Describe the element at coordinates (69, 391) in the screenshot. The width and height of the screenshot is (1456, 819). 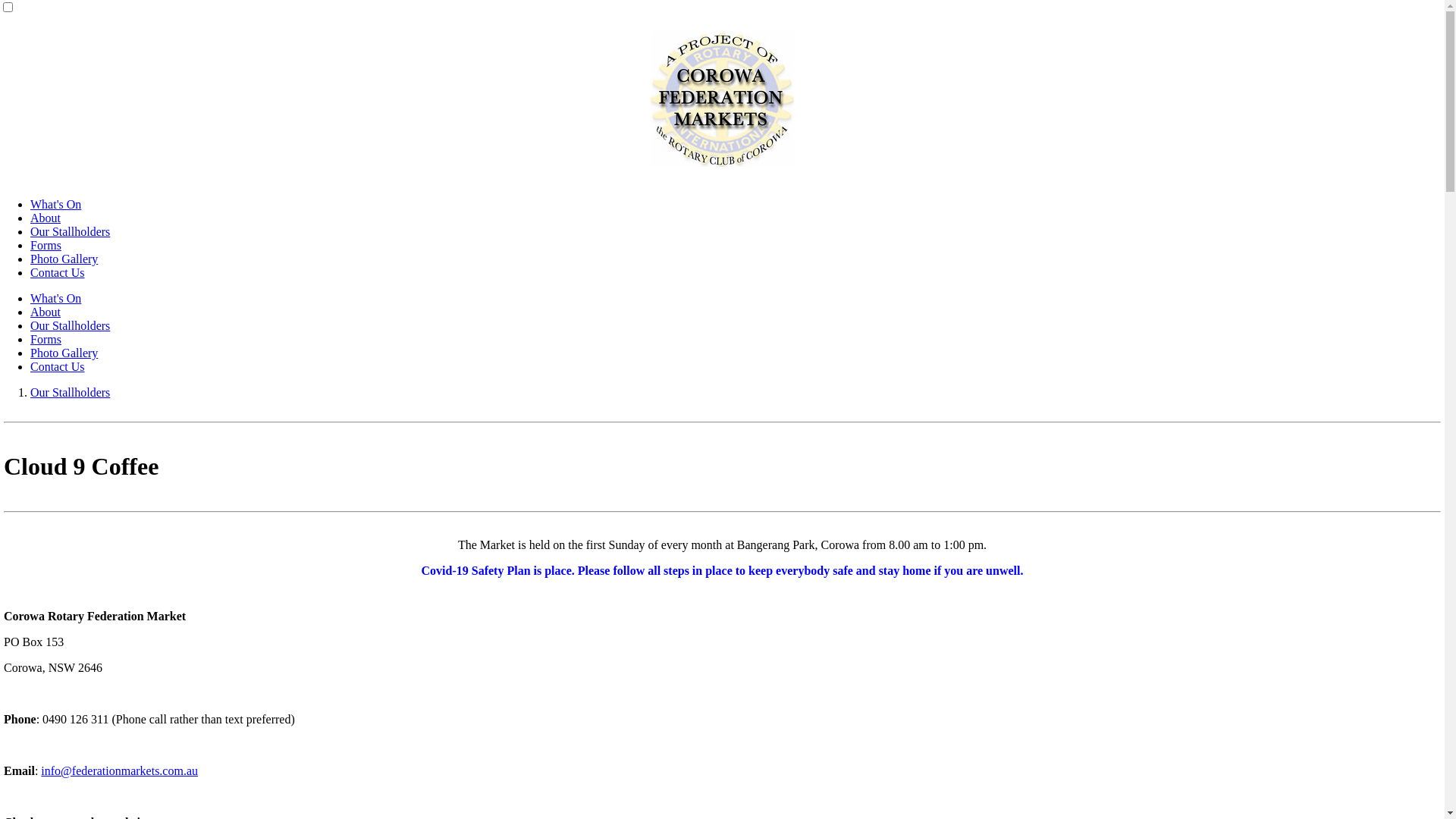
I see `'Our Stallholders'` at that location.